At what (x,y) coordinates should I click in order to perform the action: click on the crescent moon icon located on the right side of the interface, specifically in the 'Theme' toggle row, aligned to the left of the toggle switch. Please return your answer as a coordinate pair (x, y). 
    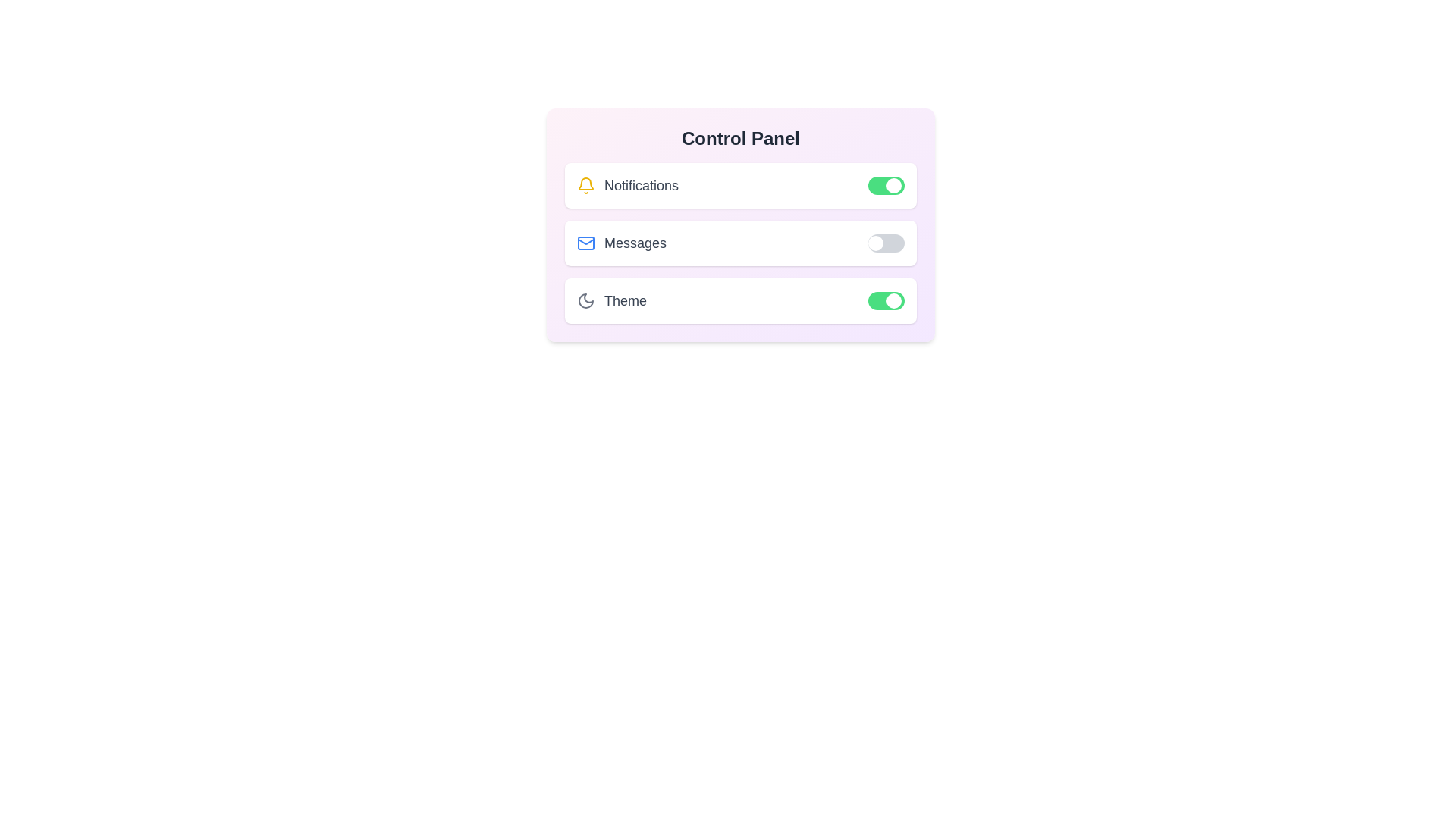
    Looking at the image, I should click on (585, 301).